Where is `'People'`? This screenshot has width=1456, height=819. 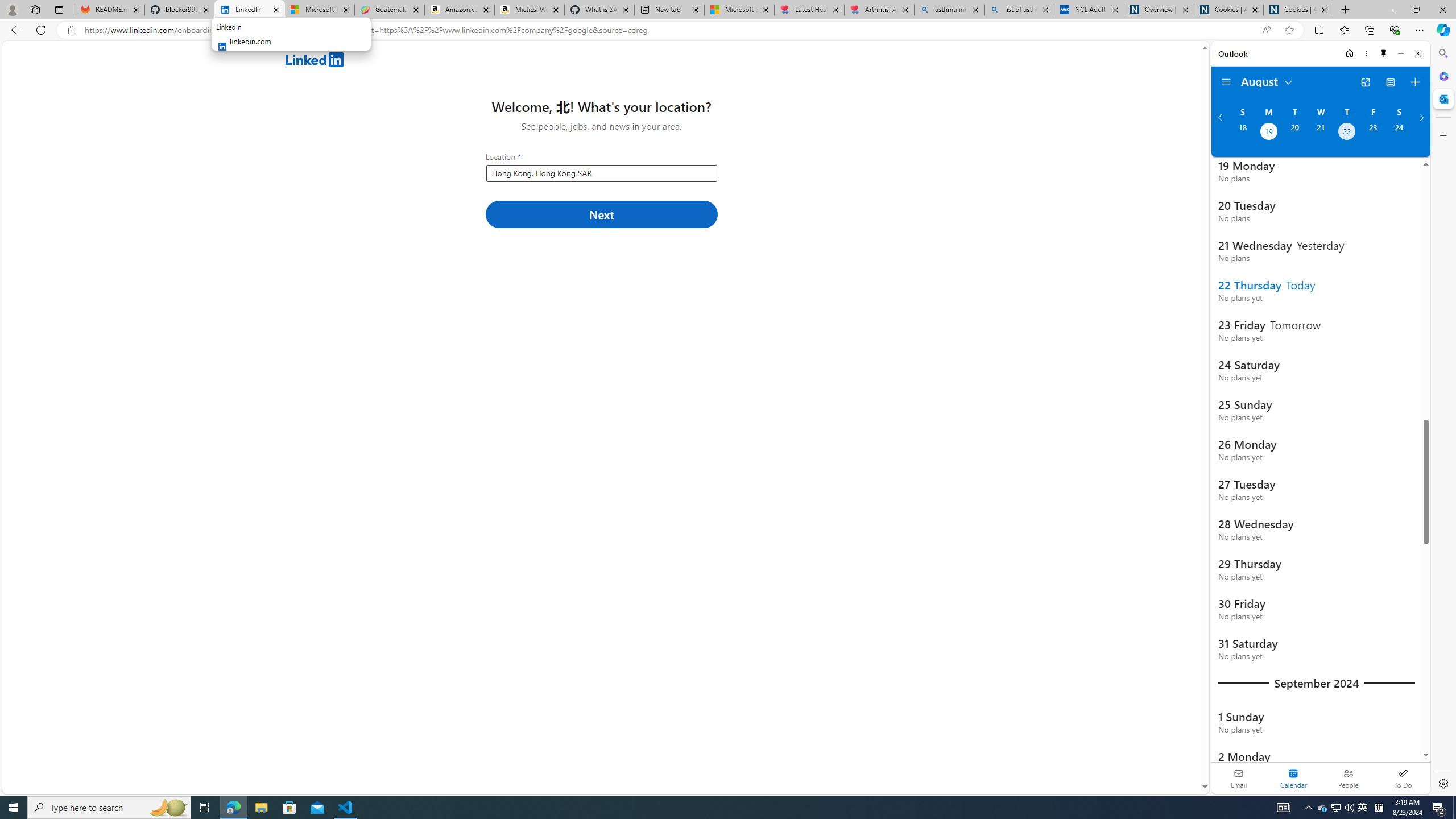
'People' is located at coordinates (1347, 777).